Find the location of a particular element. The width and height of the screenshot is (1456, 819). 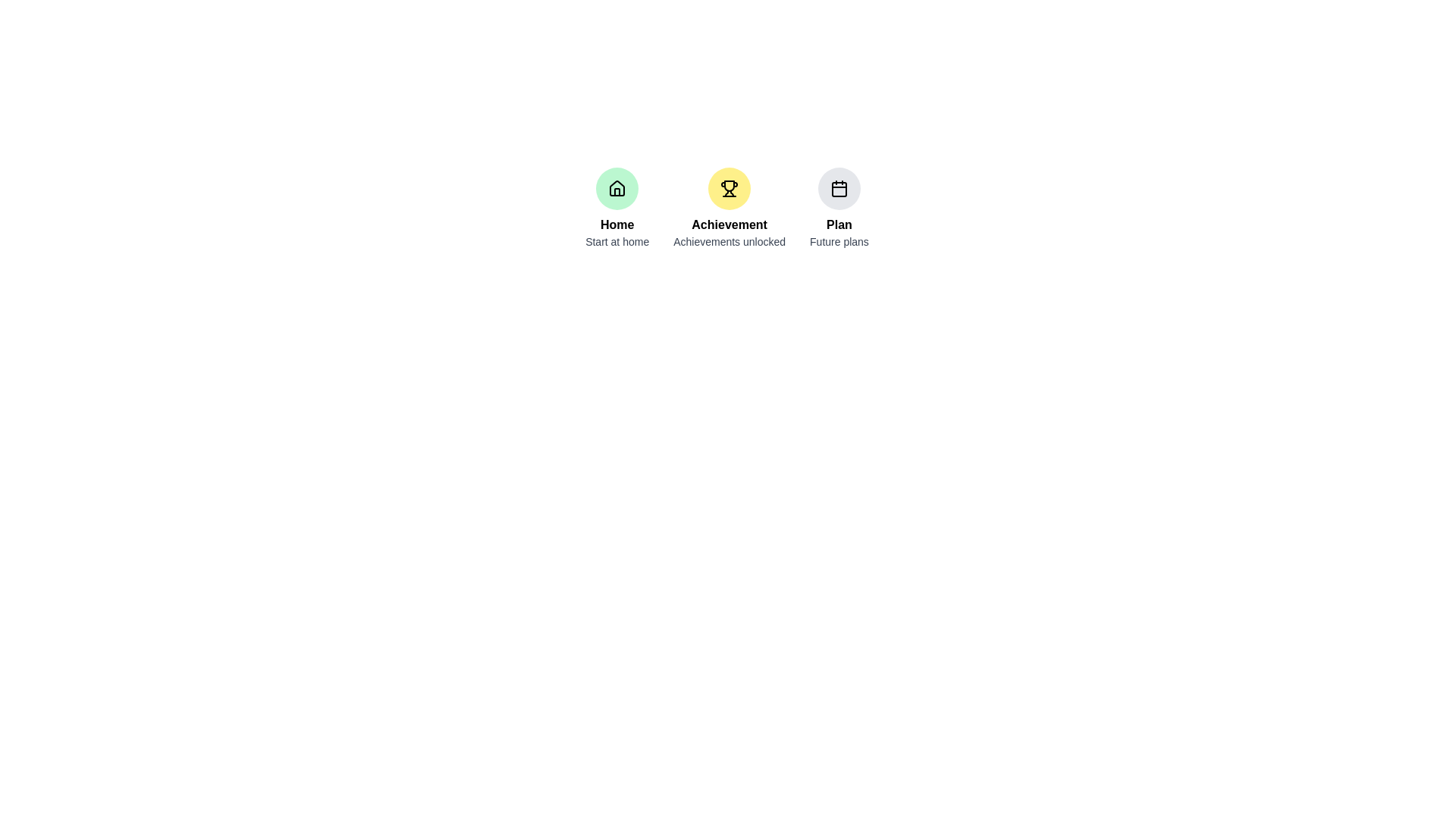

the circular gray icon with a black calendar symbol located in the 'Plan Future plans' section is located at coordinates (838, 188).